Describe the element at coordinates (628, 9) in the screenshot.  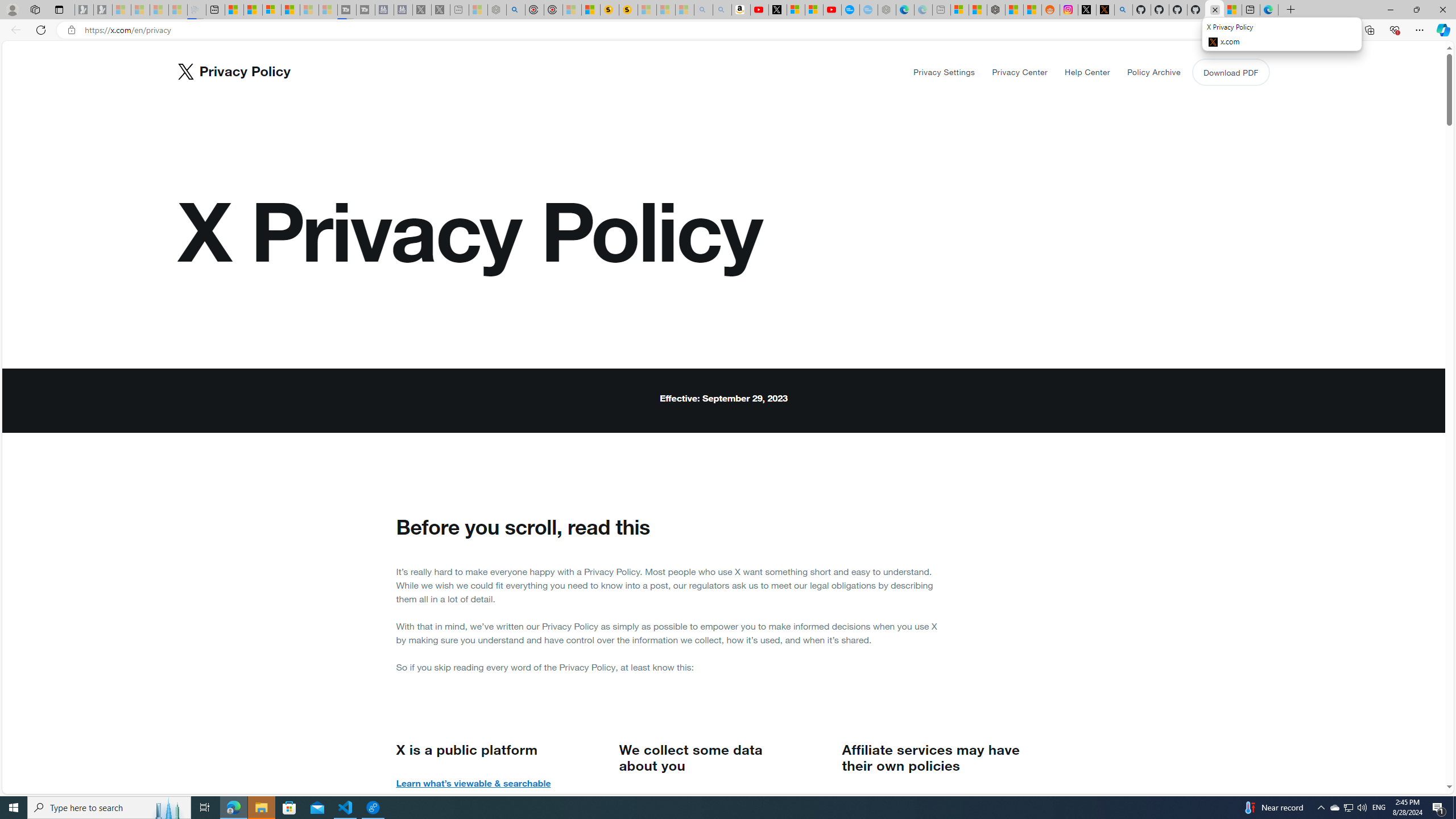
I see `'Michelle Starr, Senior Journalist at ScienceAlert'` at that location.